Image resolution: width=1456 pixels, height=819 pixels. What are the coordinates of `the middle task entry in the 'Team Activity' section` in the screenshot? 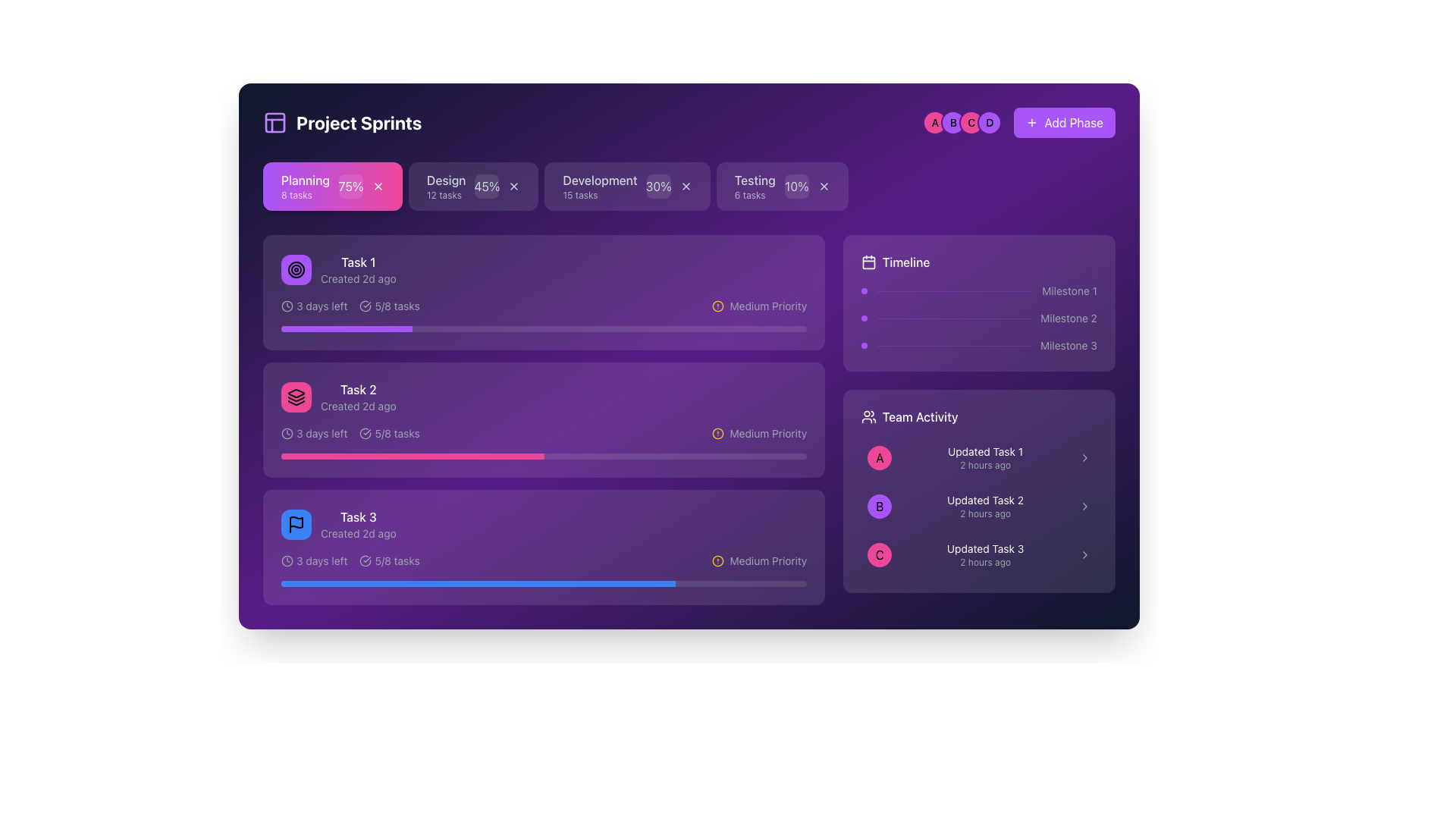 It's located at (979, 506).